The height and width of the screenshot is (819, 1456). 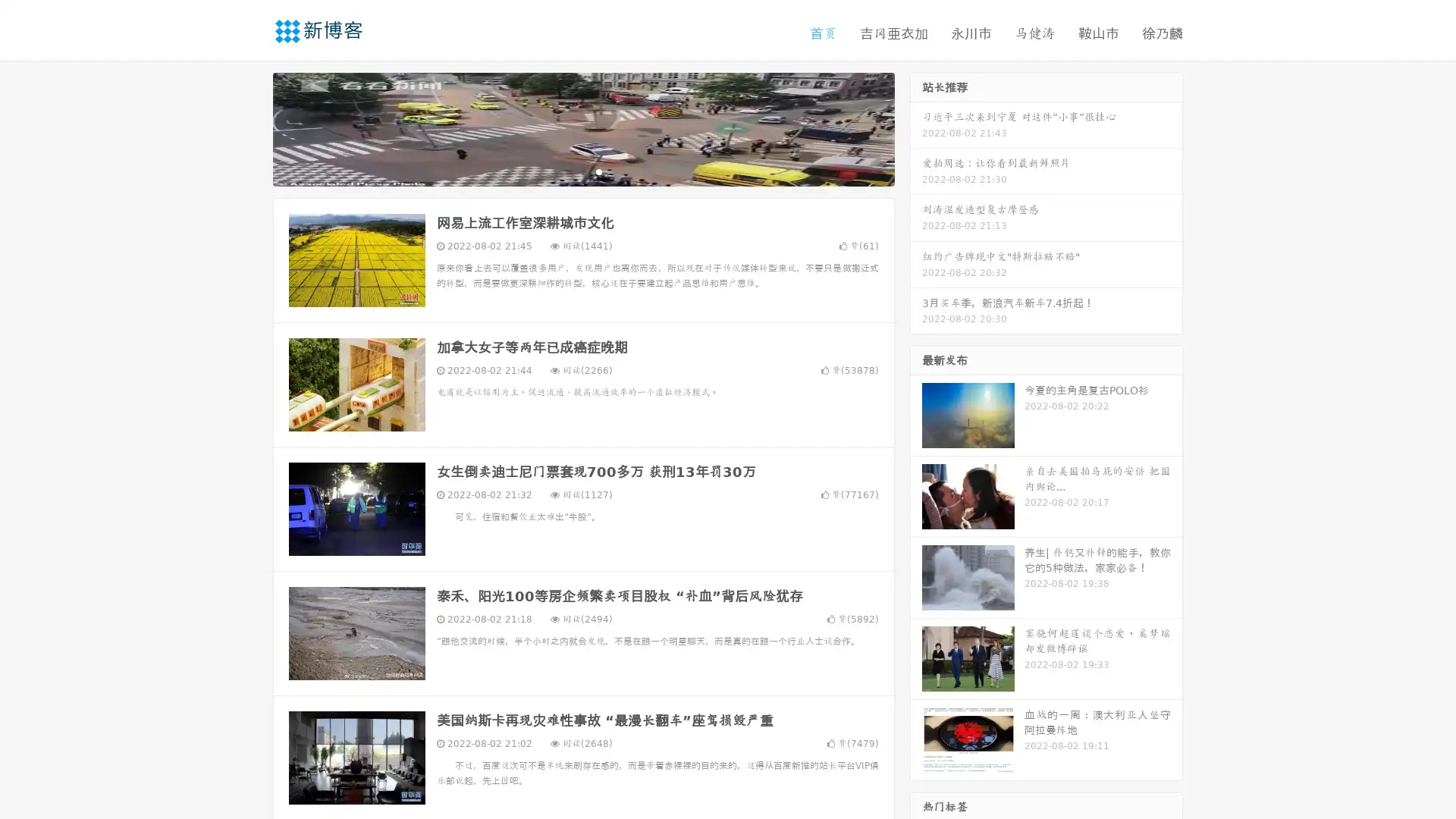 I want to click on Previous slide, so click(x=250, y=127).